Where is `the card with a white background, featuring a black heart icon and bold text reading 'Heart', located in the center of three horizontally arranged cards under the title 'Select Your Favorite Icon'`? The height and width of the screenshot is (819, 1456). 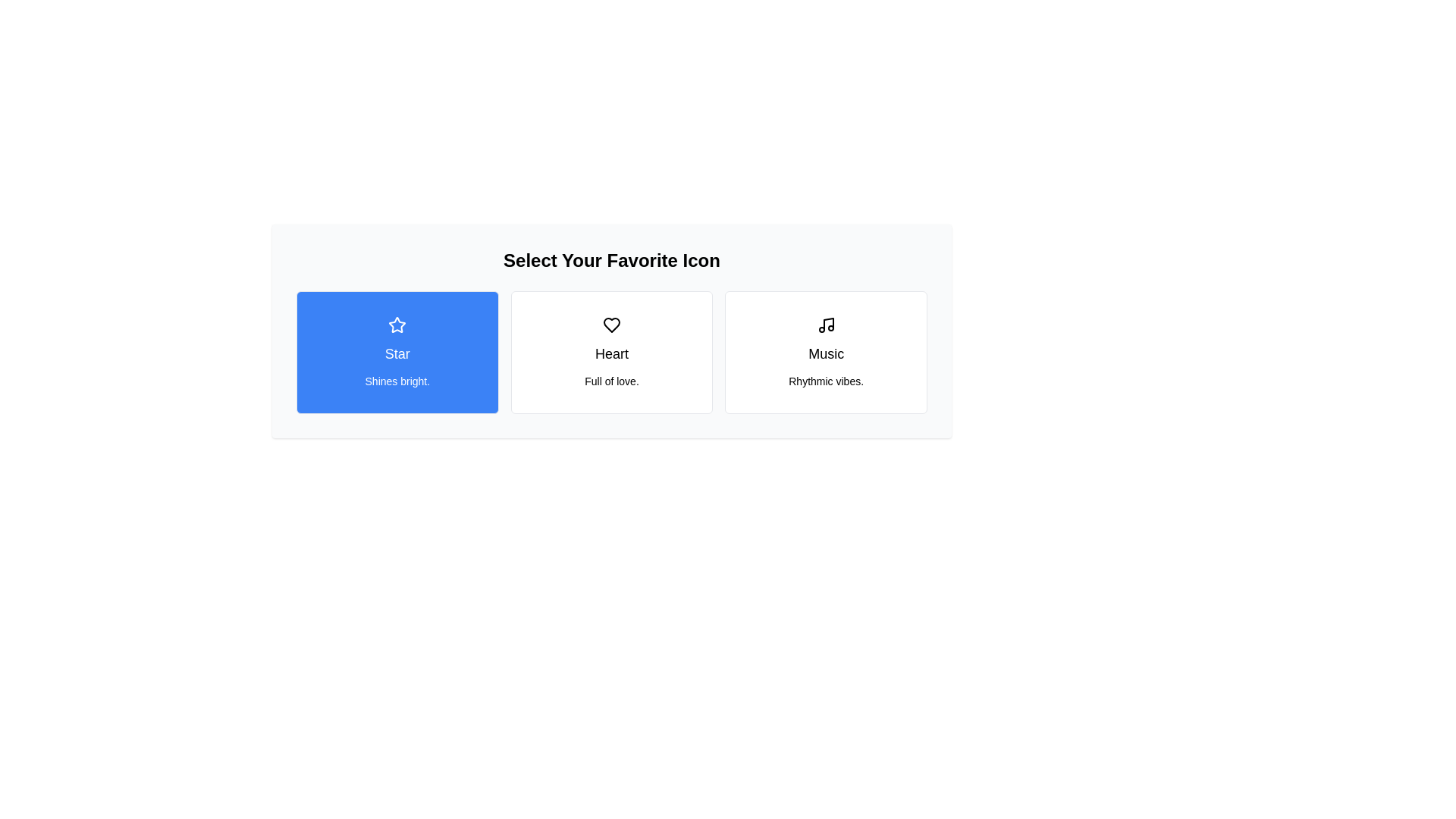
the card with a white background, featuring a black heart icon and bold text reading 'Heart', located in the center of three horizontally arranged cards under the title 'Select Your Favorite Icon' is located at coordinates (611, 353).